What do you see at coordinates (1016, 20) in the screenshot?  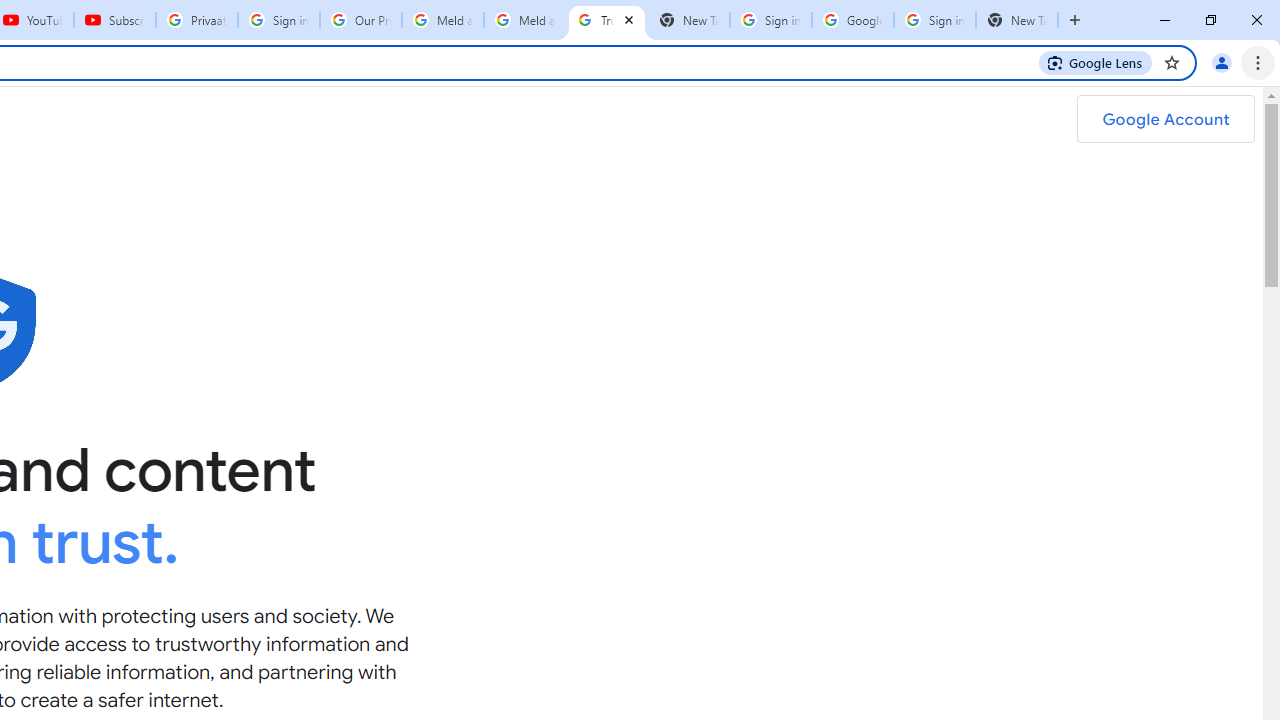 I see `'New Tab'` at bounding box center [1016, 20].